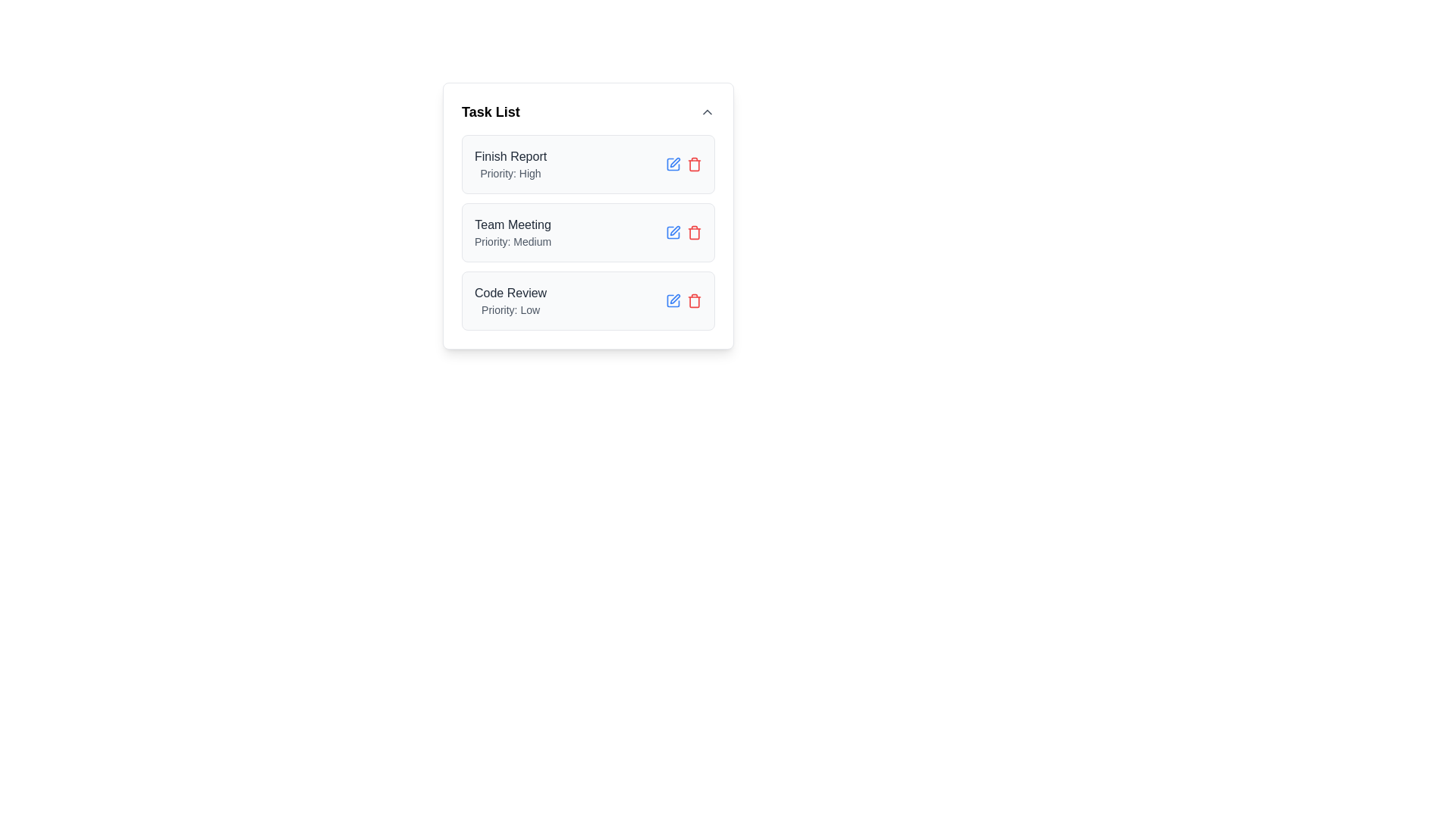 Image resolution: width=1456 pixels, height=819 pixels. What do you see at coordinates (513, 241) in the screenshot?
I see `the text label displaying 'Priority: Medium', which is styled in gray and located directly below 'Team Meeting' in the second task card of the vertical task list` at bounding box center [513, 241].